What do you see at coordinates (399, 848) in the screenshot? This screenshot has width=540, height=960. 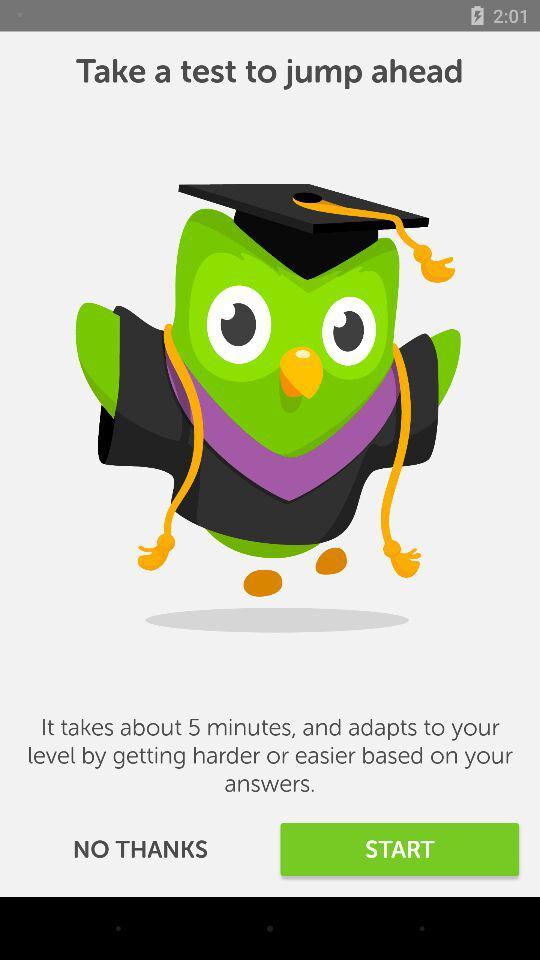 I see `item next to the no thanks icon` at bounding box center [399, 848].